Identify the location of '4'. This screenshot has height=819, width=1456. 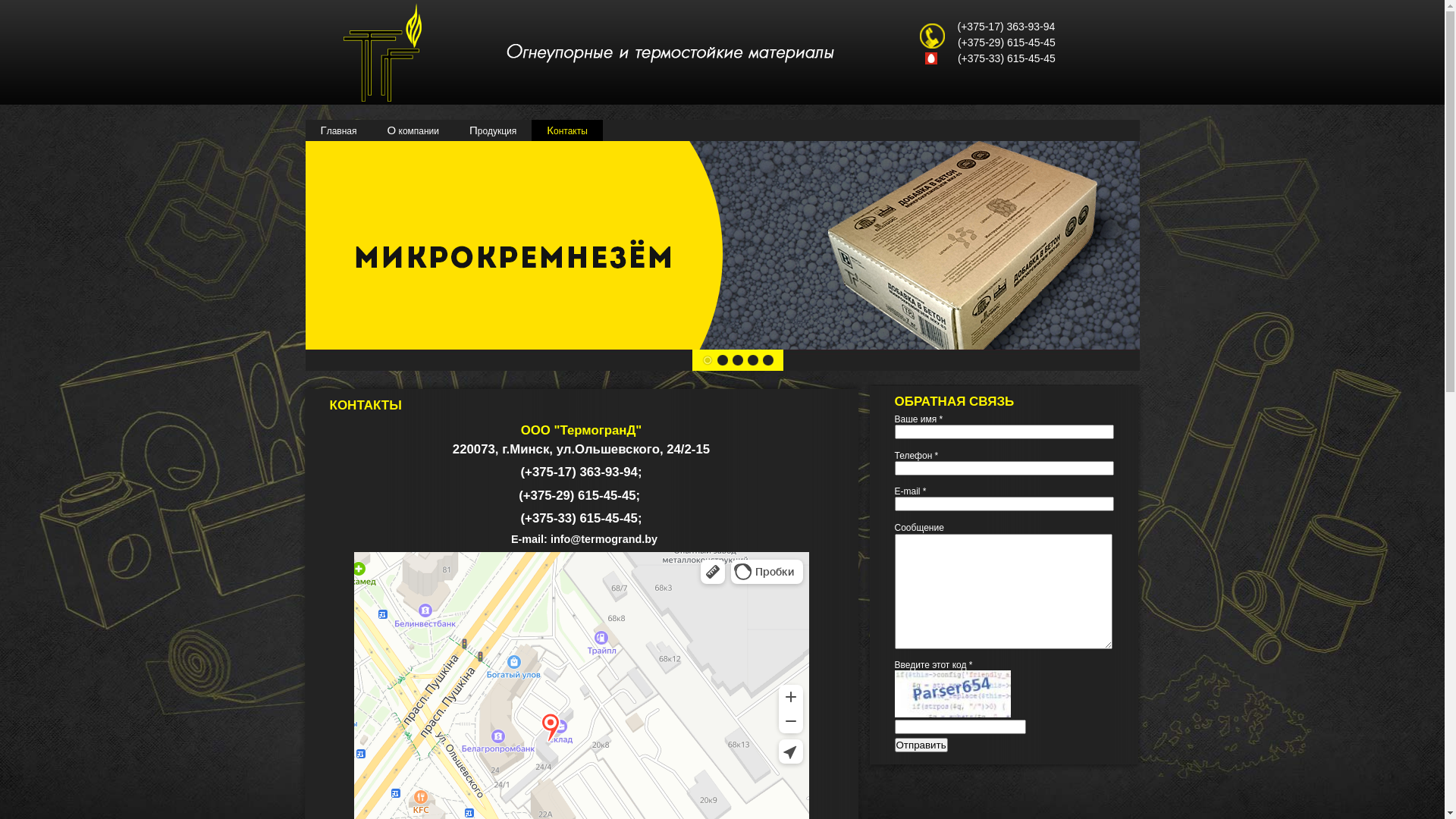
(752, 359).